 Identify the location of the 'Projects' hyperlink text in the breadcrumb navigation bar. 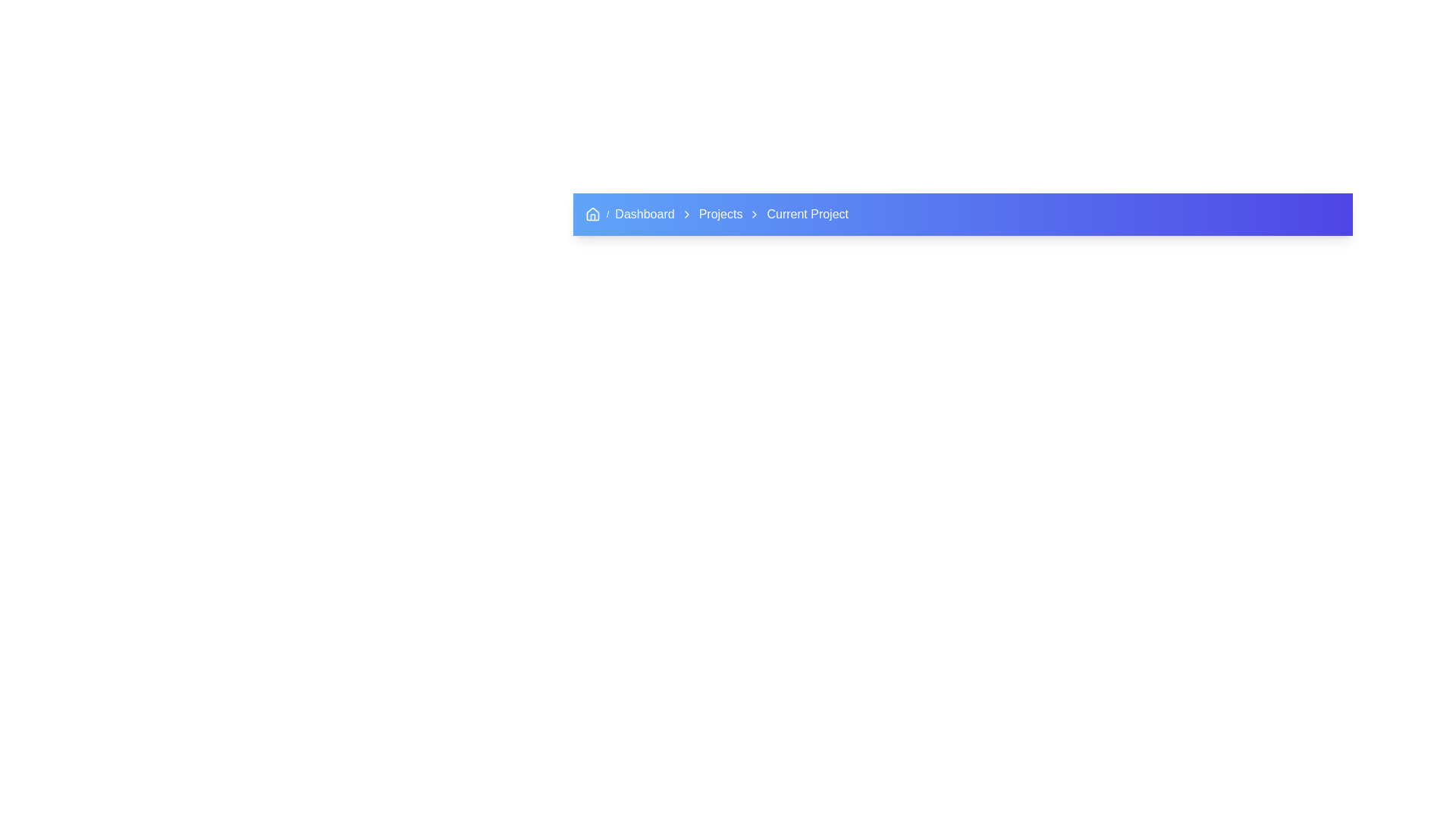
(720, 214).